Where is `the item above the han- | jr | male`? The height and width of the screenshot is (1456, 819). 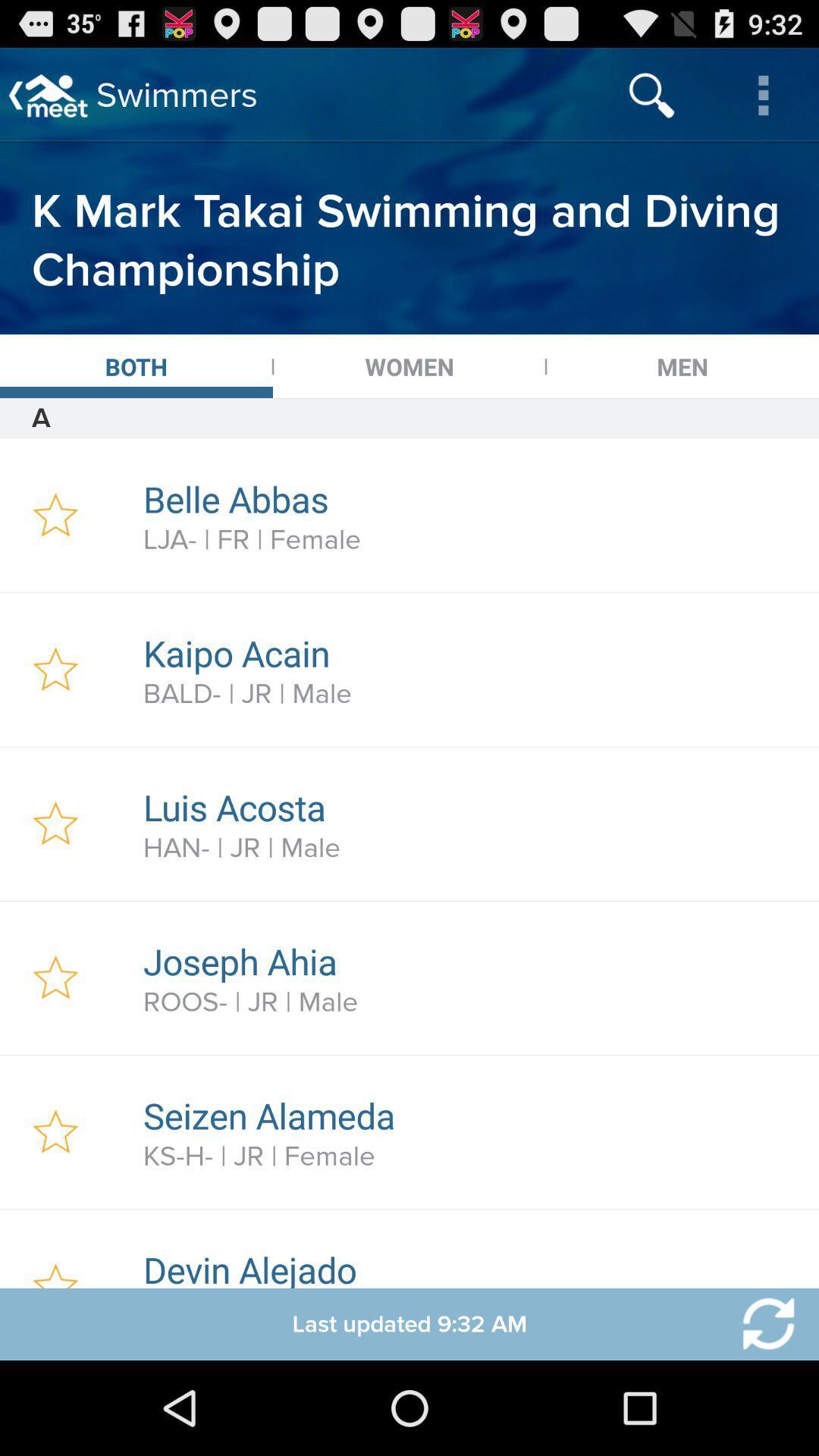
the item above the han- | jr | male is located at coordinates (472, 806).